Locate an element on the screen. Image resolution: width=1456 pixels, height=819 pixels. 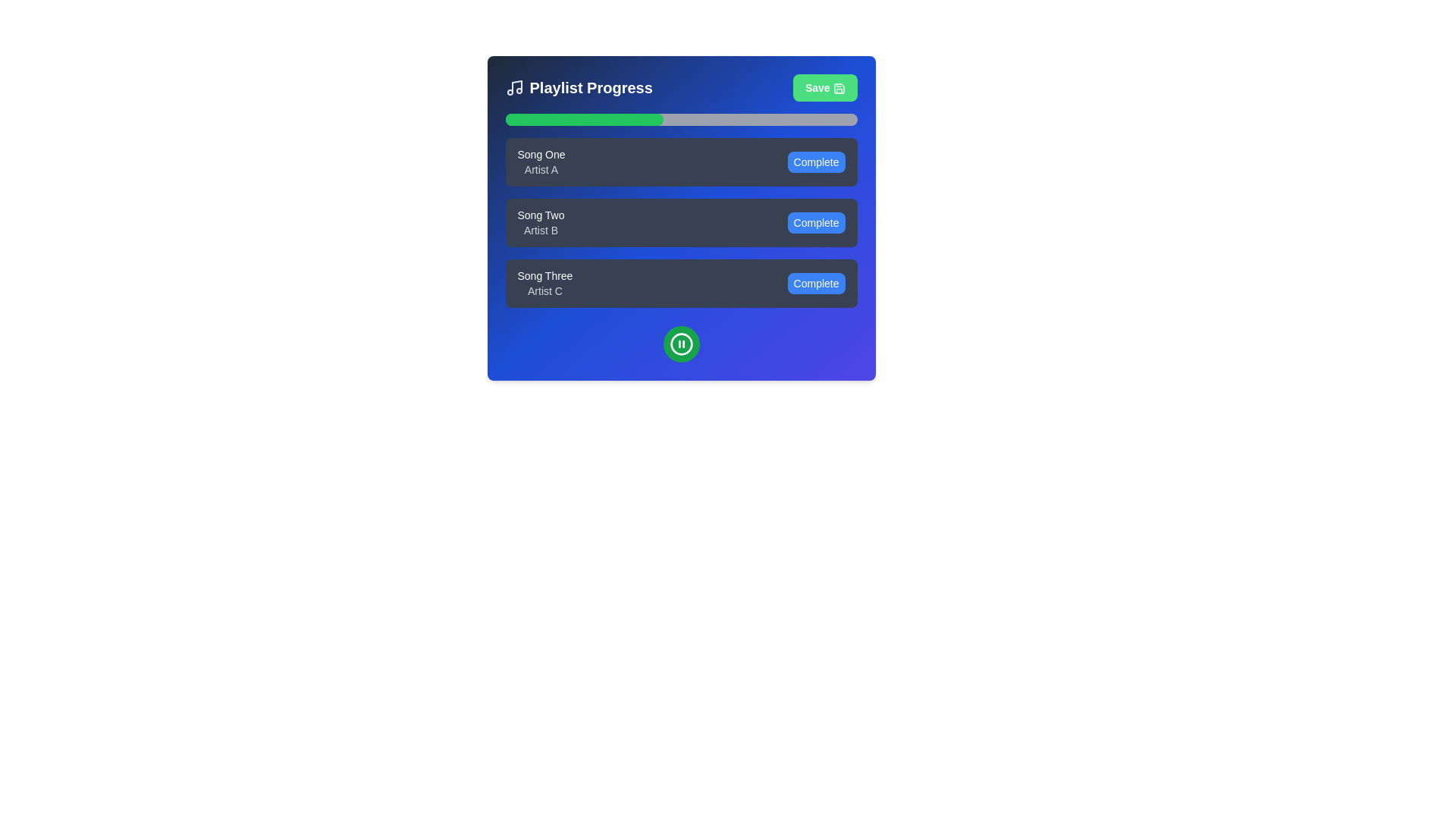
the static text label displaying the artist information for 'Song Two', which is 'Artist B' is located at coordinates (541, 231).